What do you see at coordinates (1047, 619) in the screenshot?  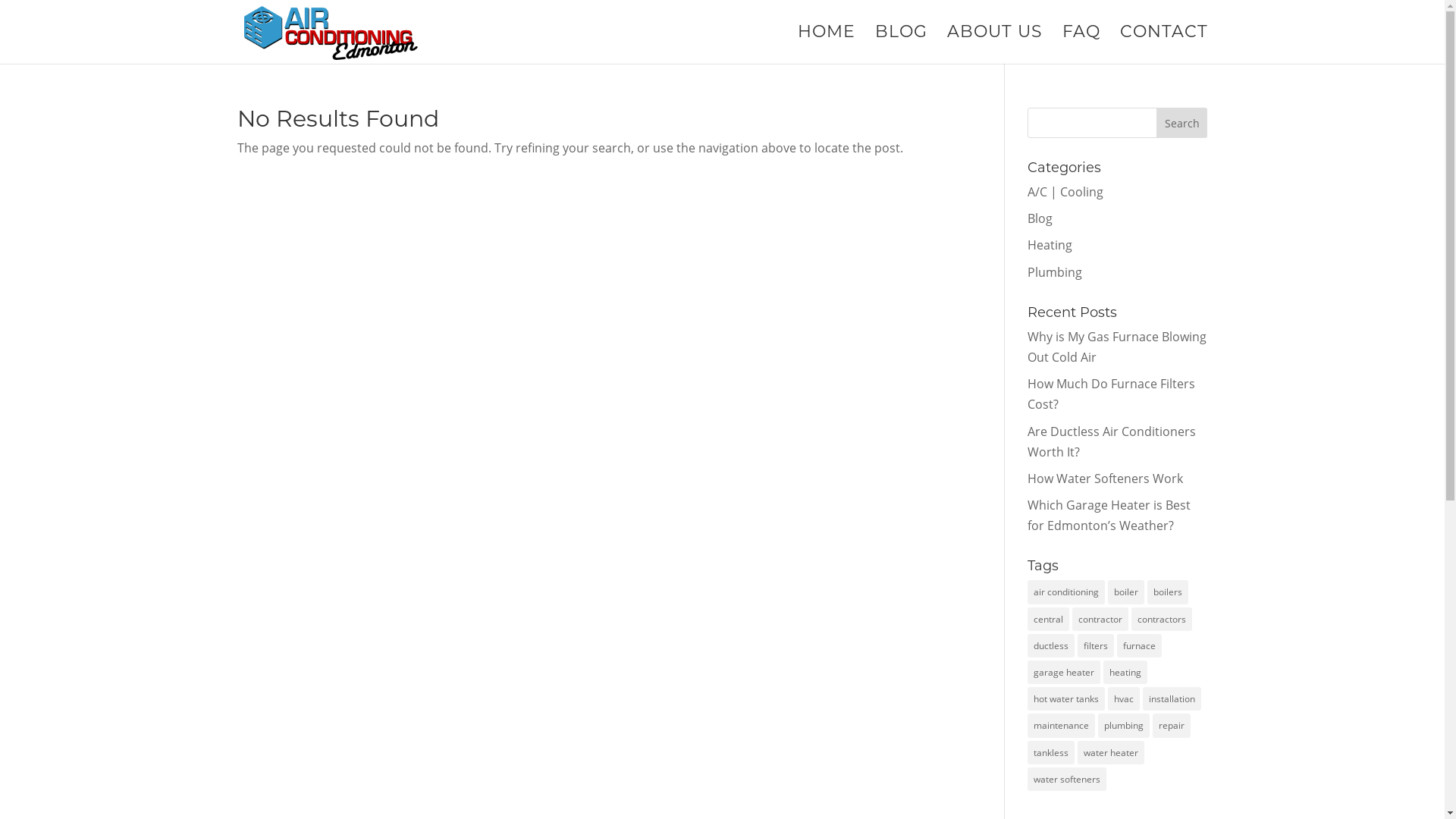 I see `'central'` at bounding box center [1047, 619].